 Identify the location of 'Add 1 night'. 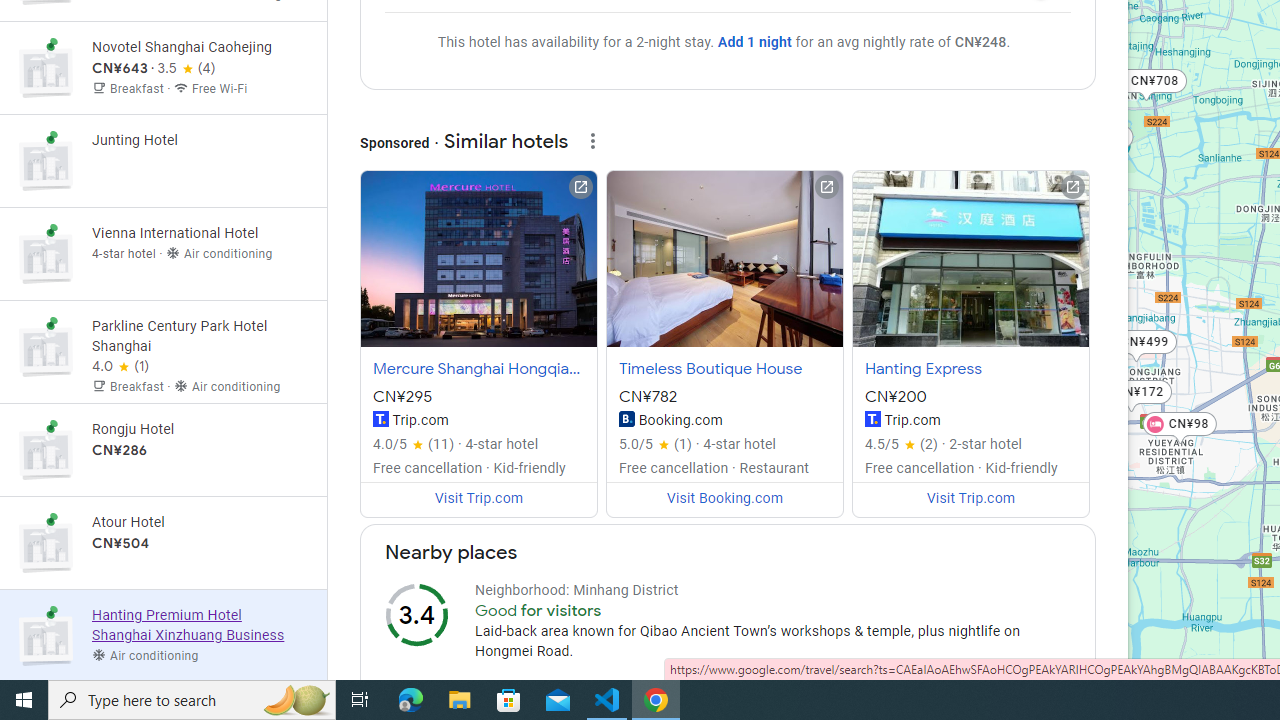
(753, 42).